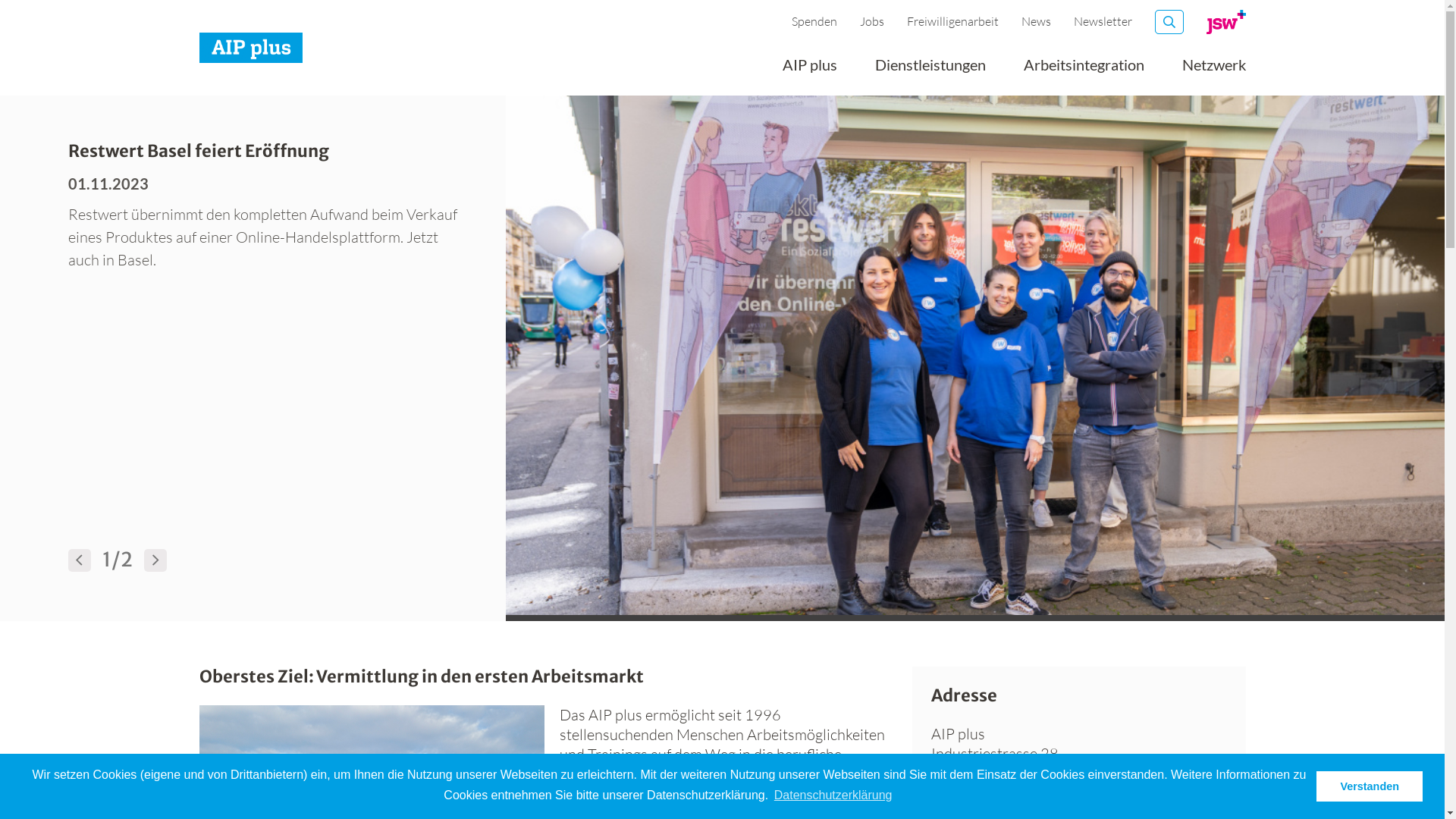  Describe the element at coordinates (952, 20) in the screenshot. I see `'Freiwilligenarbeit'` at that location.